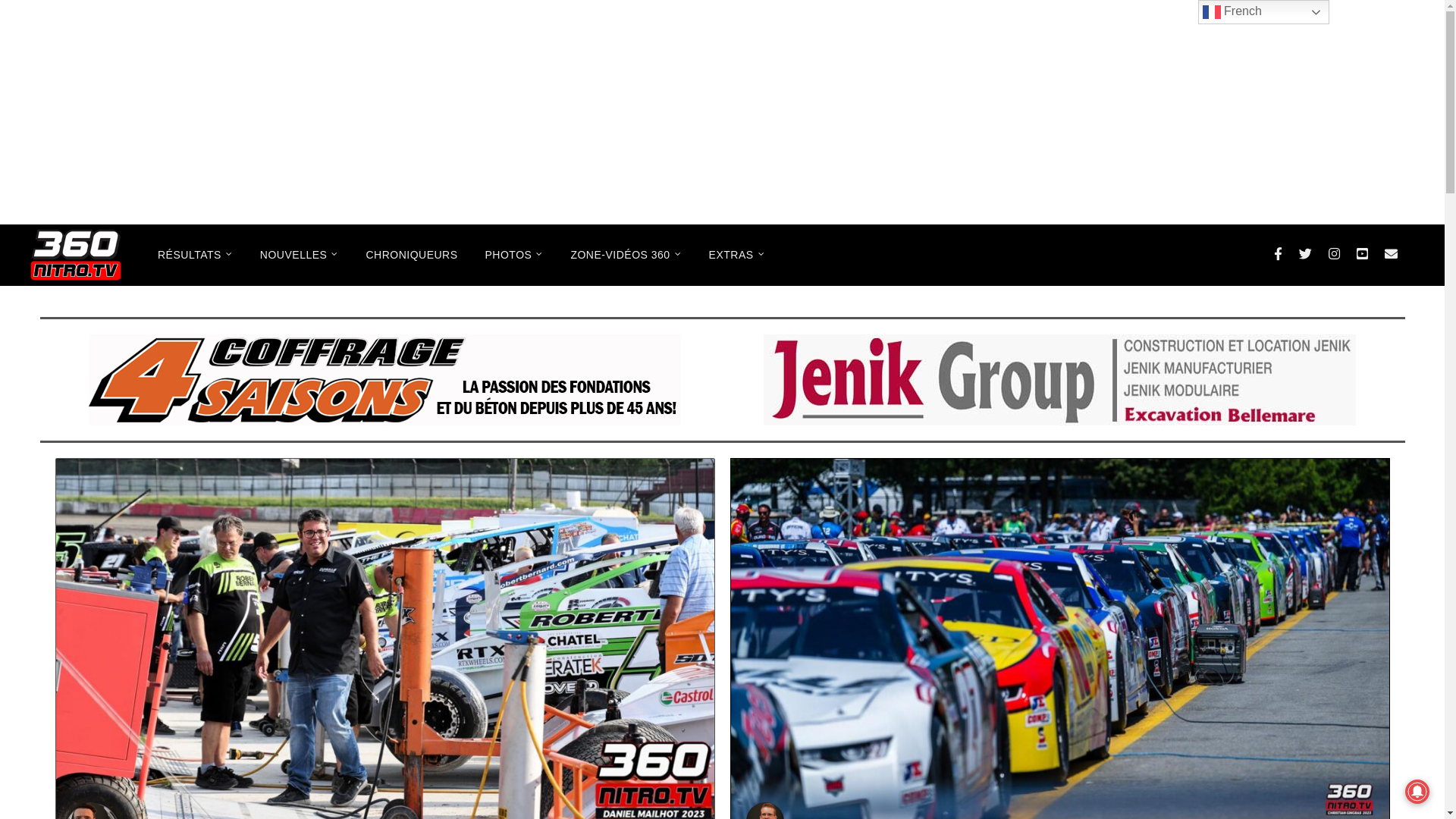 This screenshot has height=819, width=1456. What do you see at coordinates (1376, 253) in the screenshot?
I see `'Email'` at bounding box center [1376, 253].